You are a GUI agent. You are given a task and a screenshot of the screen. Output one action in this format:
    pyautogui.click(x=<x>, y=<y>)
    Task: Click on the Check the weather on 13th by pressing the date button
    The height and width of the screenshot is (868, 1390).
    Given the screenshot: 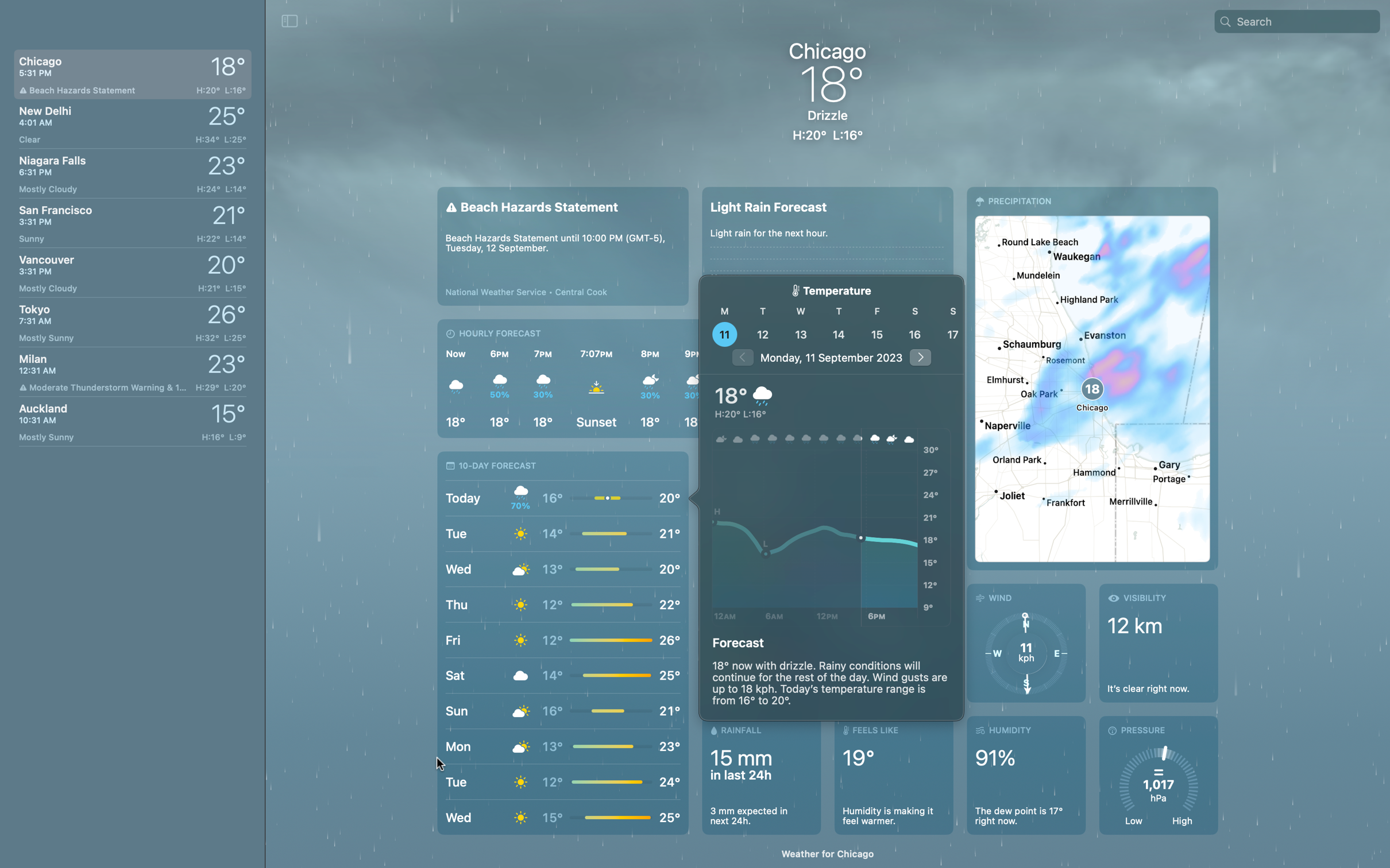 What is the action you would take?
    pyautogui.click(x=801, y=334)
    